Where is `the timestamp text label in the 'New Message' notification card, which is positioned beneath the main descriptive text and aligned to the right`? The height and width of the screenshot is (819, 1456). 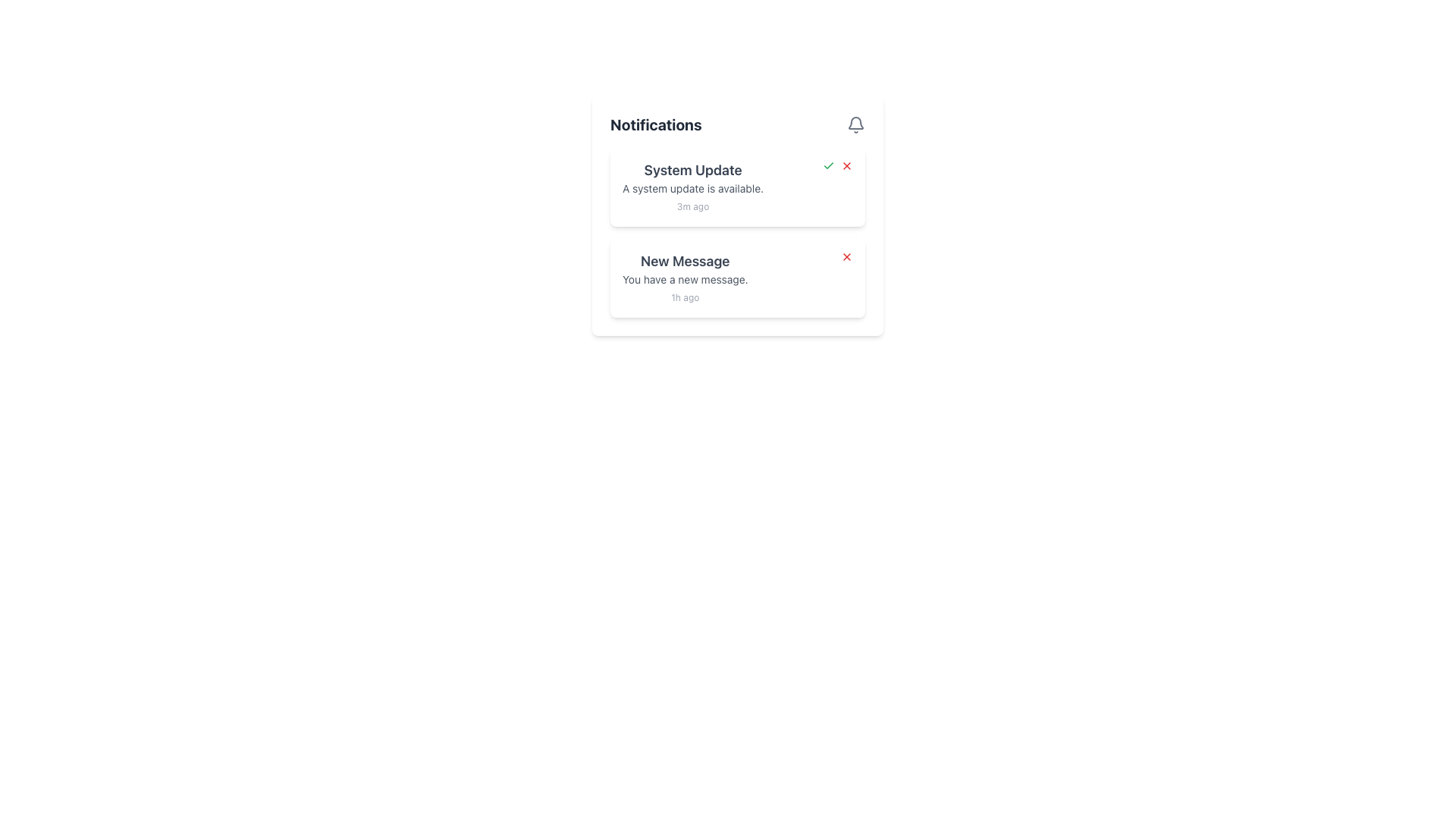
the timestamp text label in the 'New Message' notification card, which is positioned beneath the main descriptive text and aligned to the right is located at coordinates (684, 297).